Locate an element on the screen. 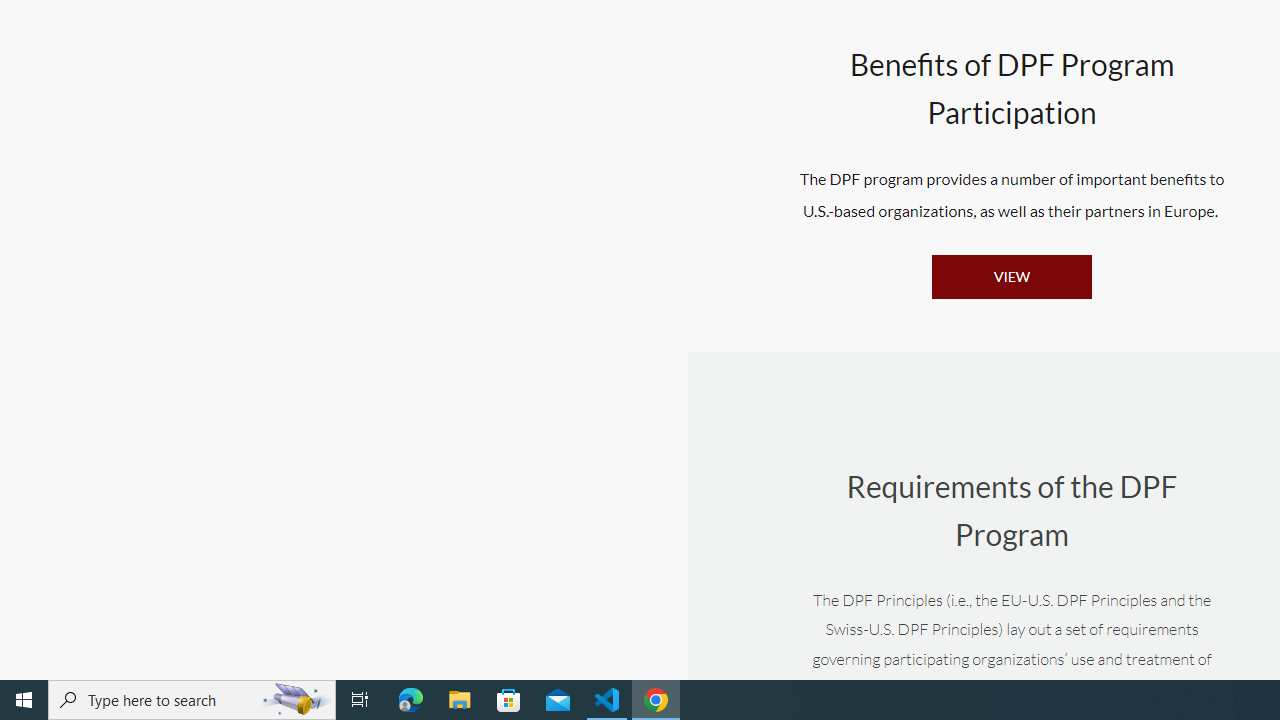 This screenshot has height=720, width=1280. 'VIEW' is located at coordinates (1011, 276).